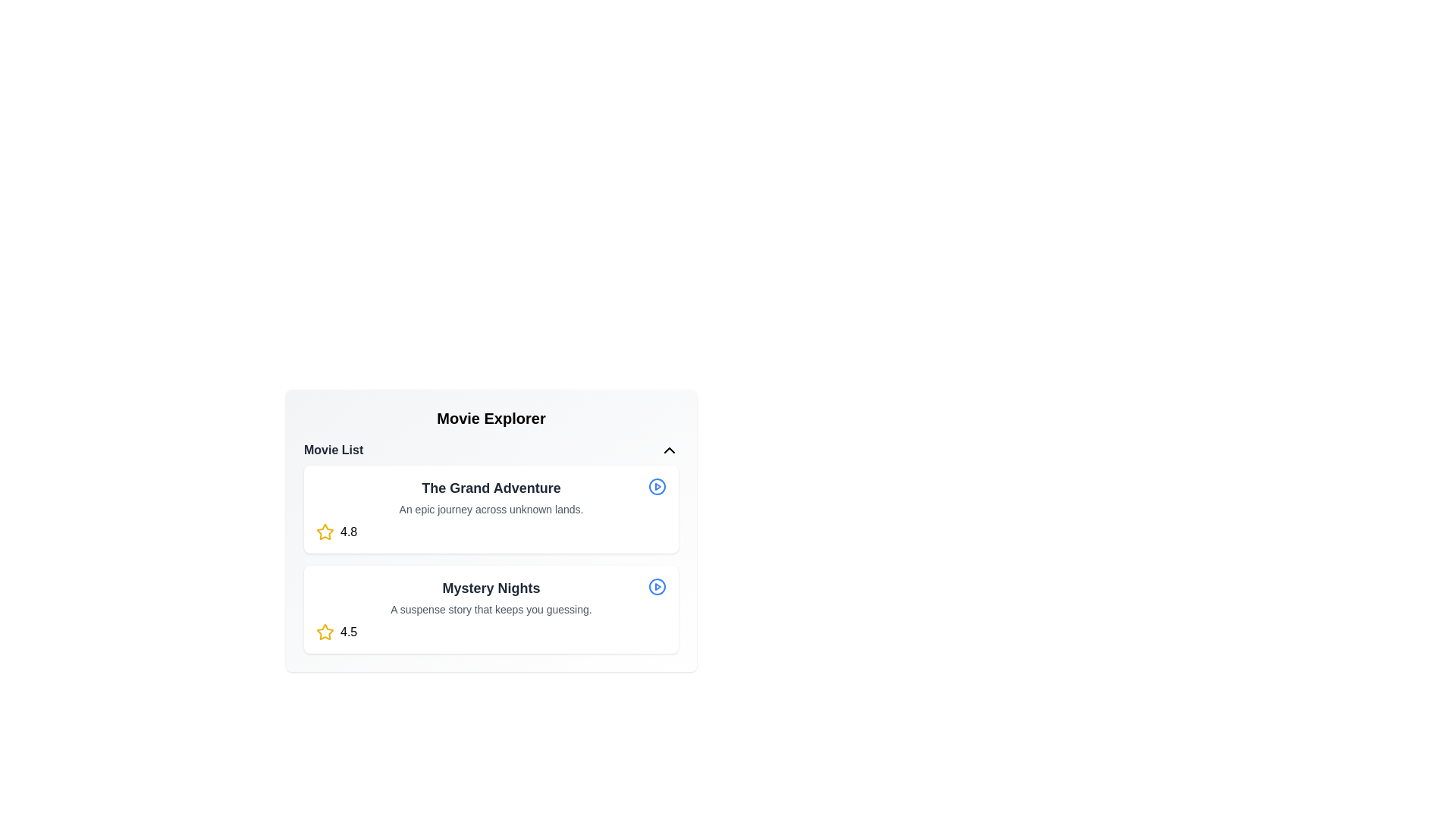 This screenshot has width=1456, height=819. What do you see at coordinates (324, 532) in the screenshot?
I see `the star icon to view the movie rating` at bounding box center [324, 532].